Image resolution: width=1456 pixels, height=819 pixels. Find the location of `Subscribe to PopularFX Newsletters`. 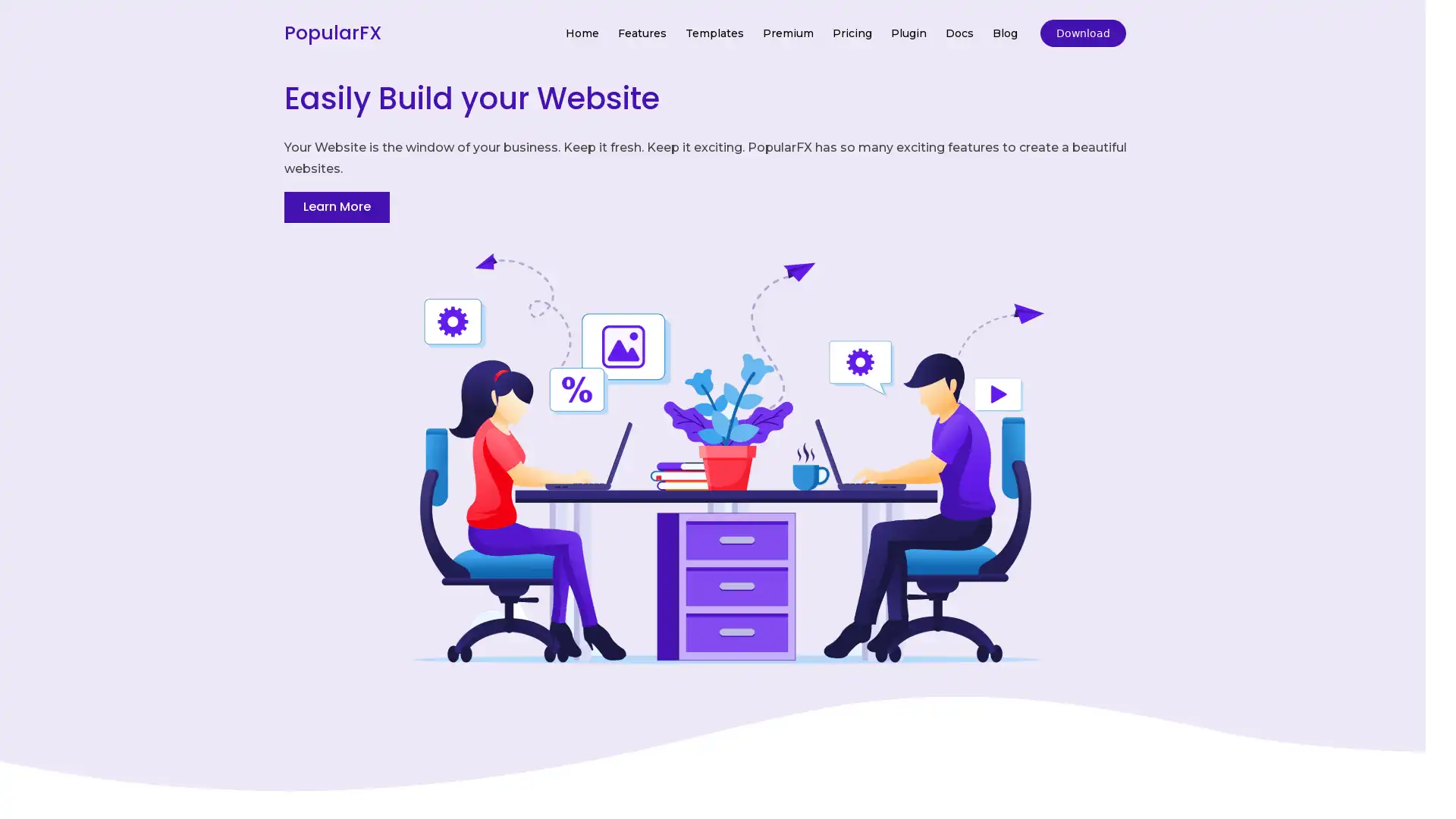

Subscribe to PopularFX Newsletters is located at coordinates (726, 380).